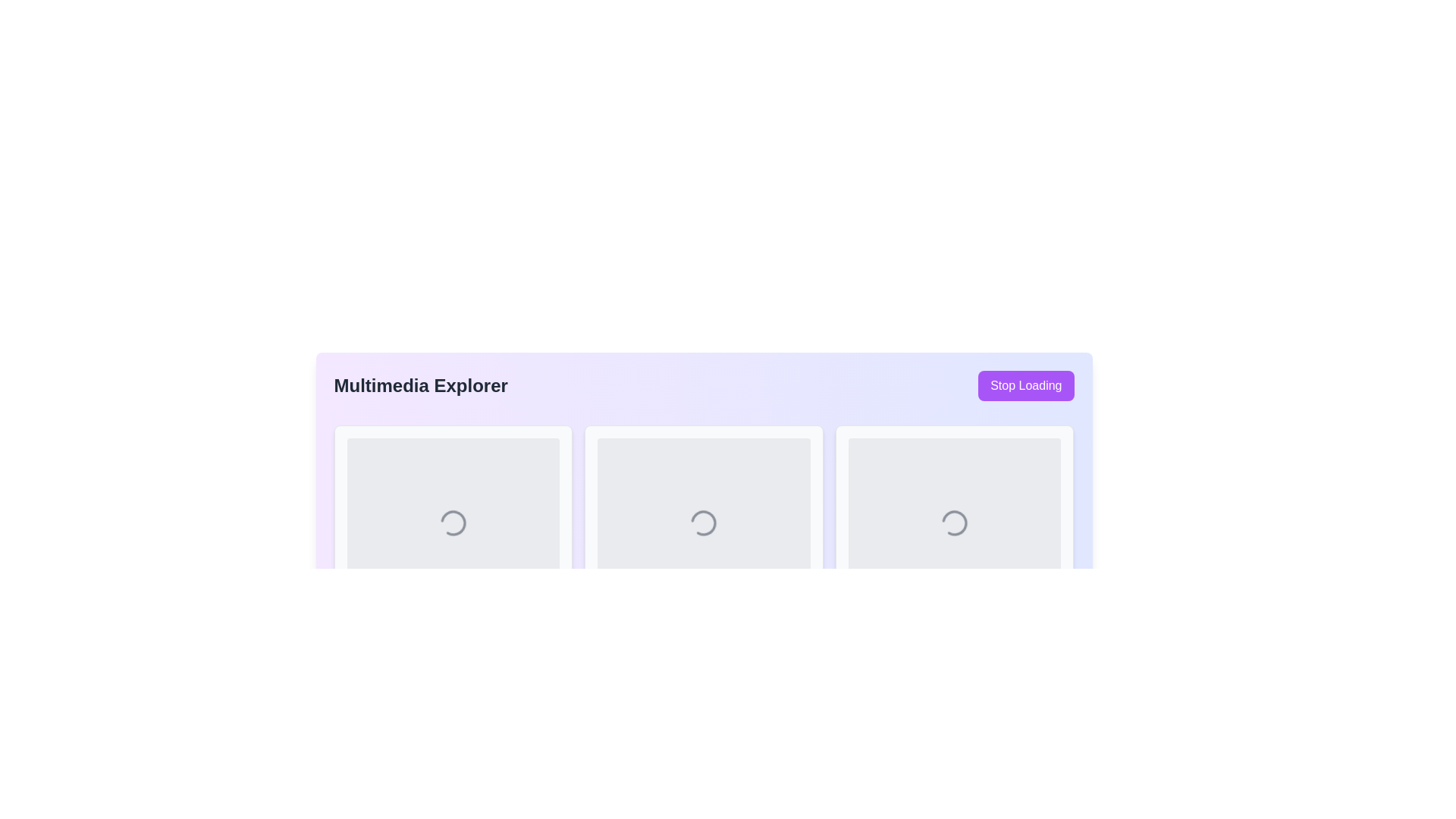 Image resolution: width=1456 pixels, height=819 pixels. Describe the element at coordinates (703, 522) in the screenshot. I see `the spinning animation of the circular loader located in the center of the middle card of three horizontally arranged cards` at that location.